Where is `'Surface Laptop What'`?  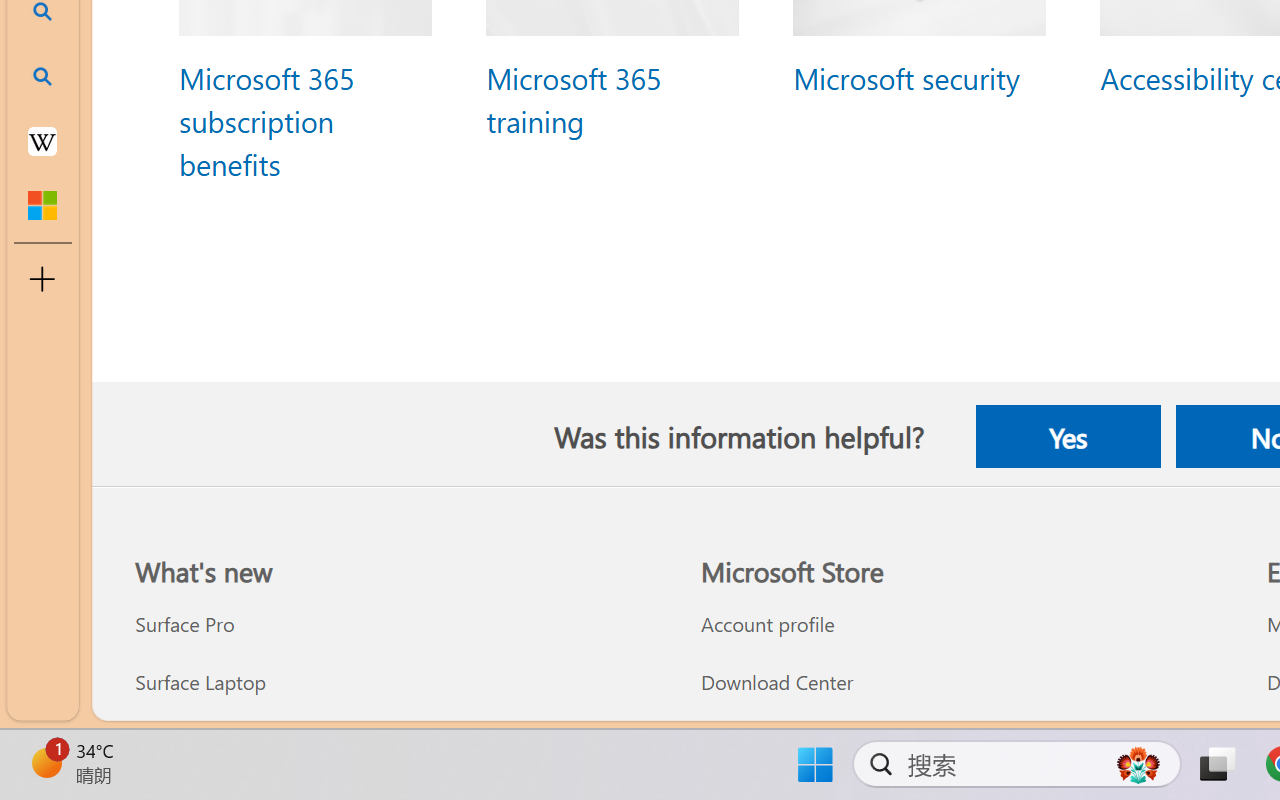
'Surface Laptop What' is located at coordinates (199, 681).